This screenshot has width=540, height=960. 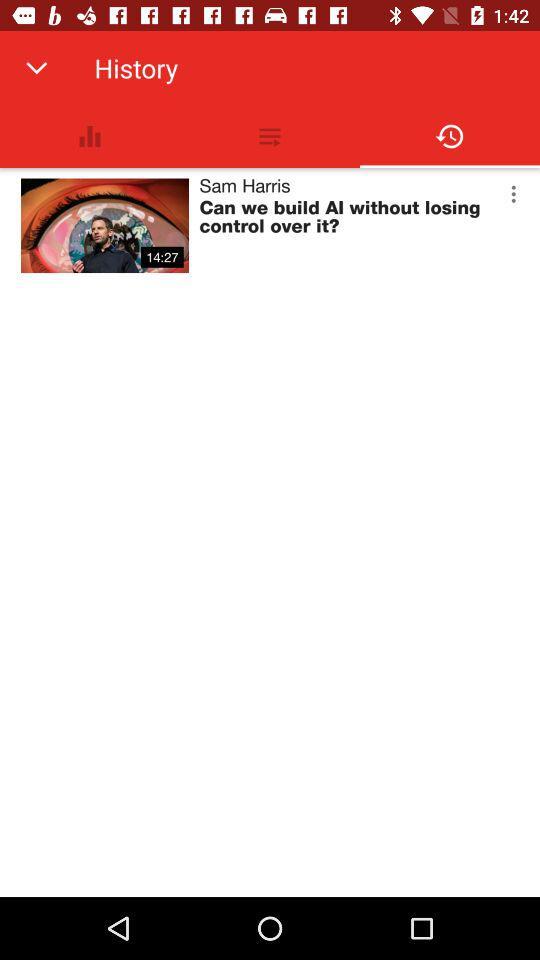 I want to click on item next to the sam harris, so click(x=513, y=194).